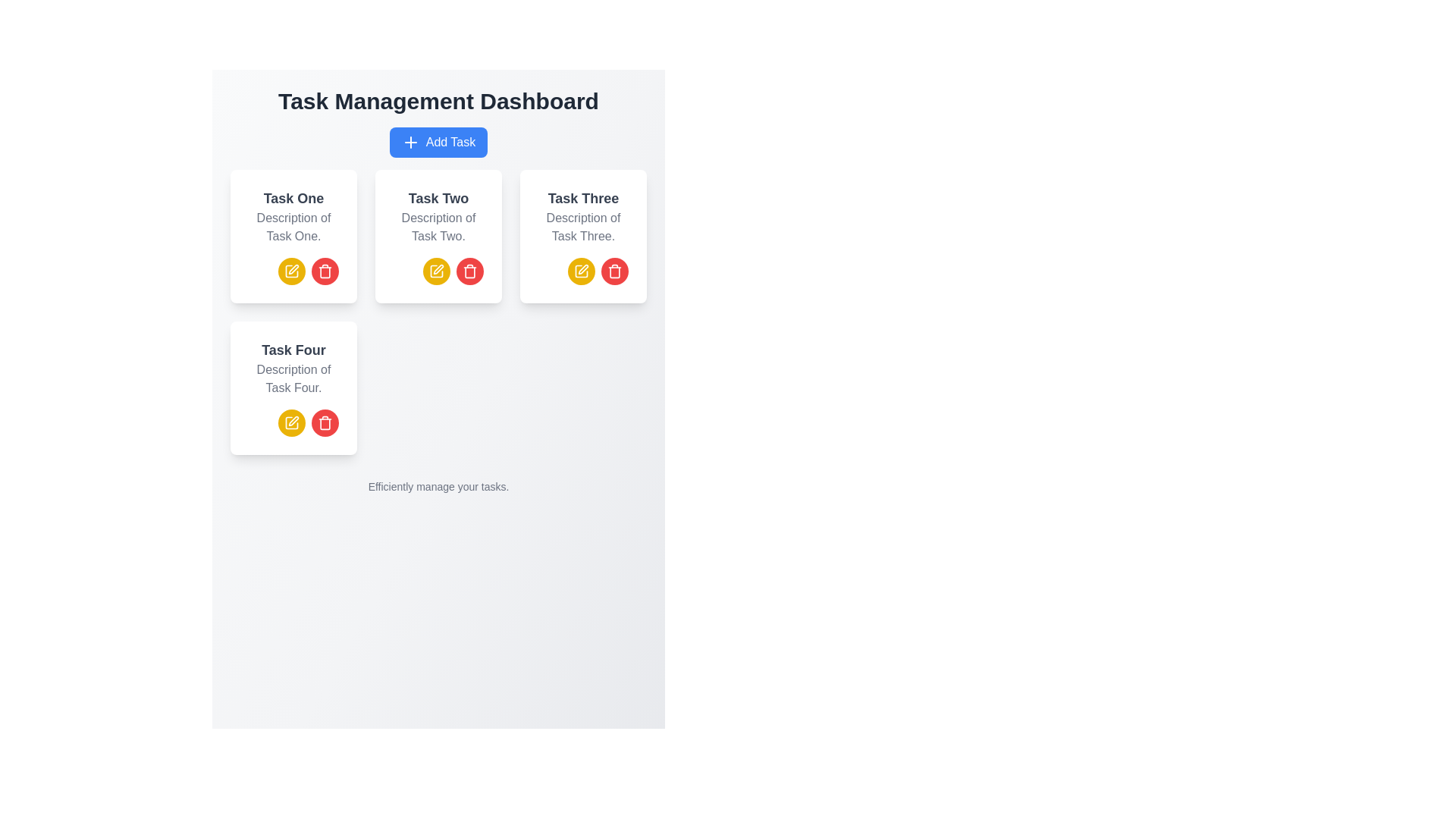 This screenshot has height=819, width=1456. What do you see at coordinates (293, 237) in the screenshot?
I see `the yellow button on the first task card located in the top-left corner of the layout` at bounding box center [293, 237].